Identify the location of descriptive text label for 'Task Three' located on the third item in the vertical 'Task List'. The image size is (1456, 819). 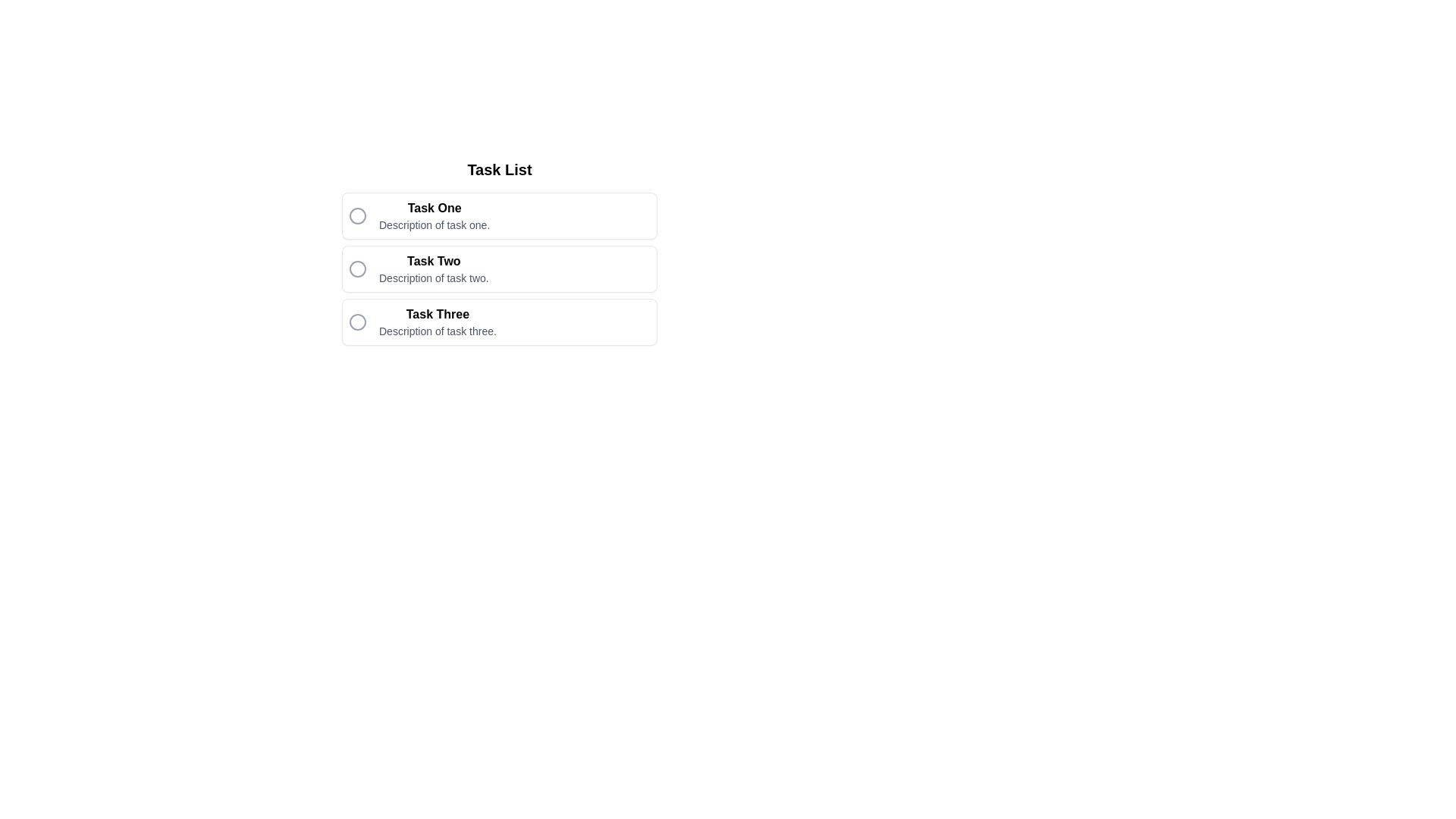
(437, 330).